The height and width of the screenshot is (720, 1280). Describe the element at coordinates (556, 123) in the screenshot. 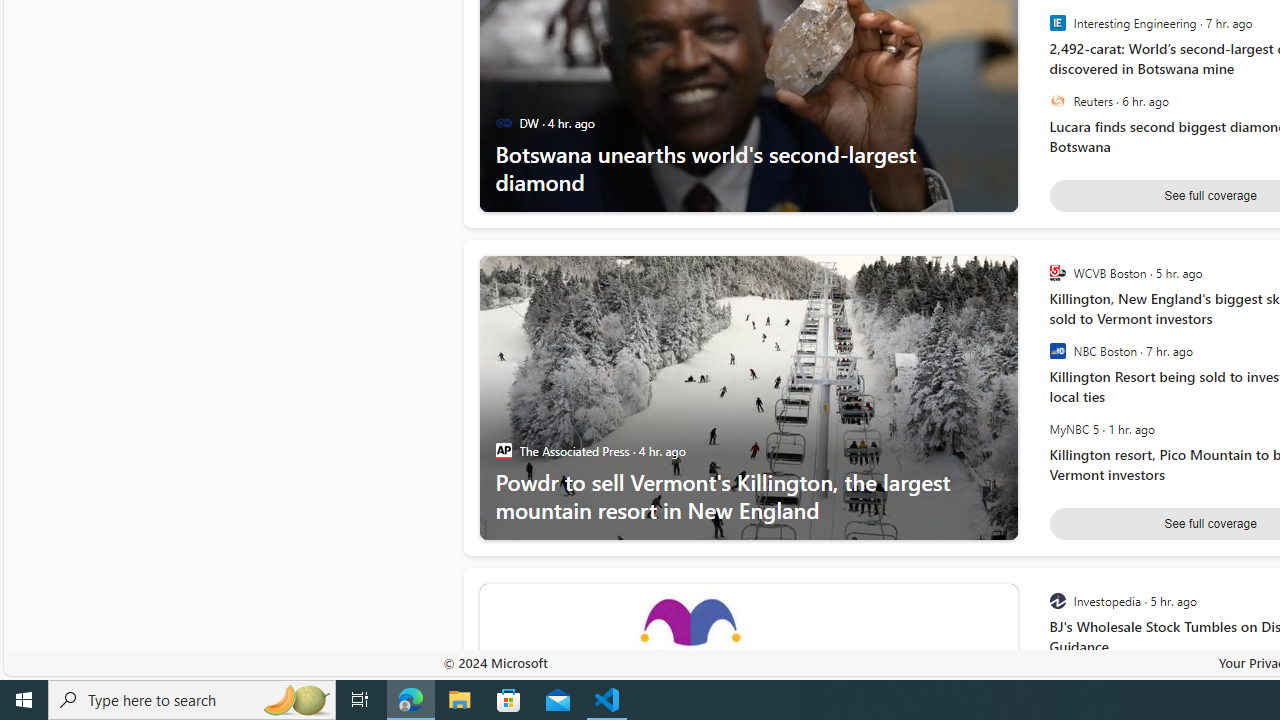

I see `'DW 4 hr. ago'` at that location.